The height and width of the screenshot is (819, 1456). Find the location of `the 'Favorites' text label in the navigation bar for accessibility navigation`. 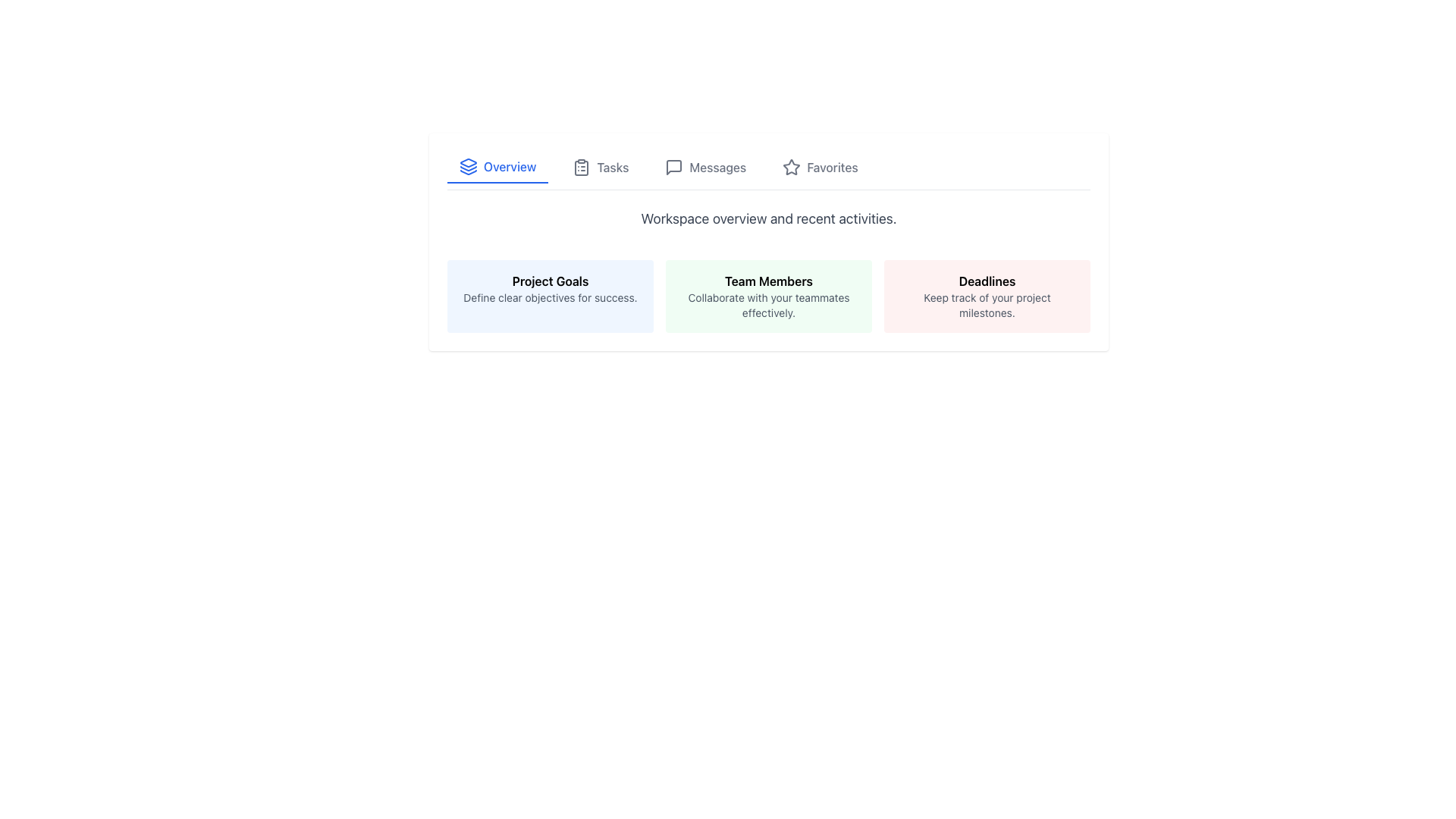

the 'Favorites' text label in the navigation bar for accessibility navigation is located at coordinates (831, 167).